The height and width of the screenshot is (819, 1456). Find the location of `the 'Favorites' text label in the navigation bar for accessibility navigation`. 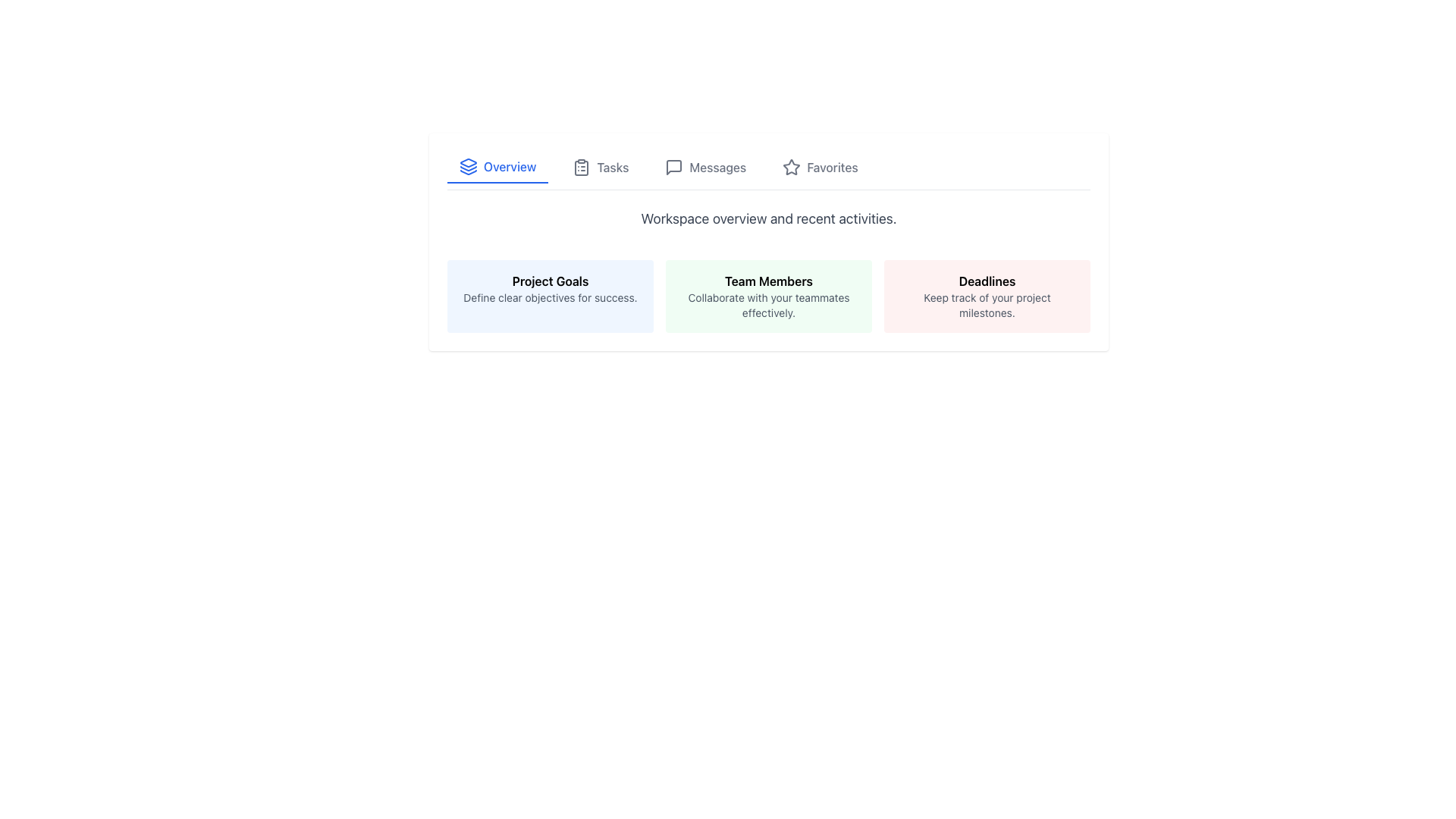

the 'Favorites' text label in the navigation bar for accessibility navigation is located at coordinates (831, 167).